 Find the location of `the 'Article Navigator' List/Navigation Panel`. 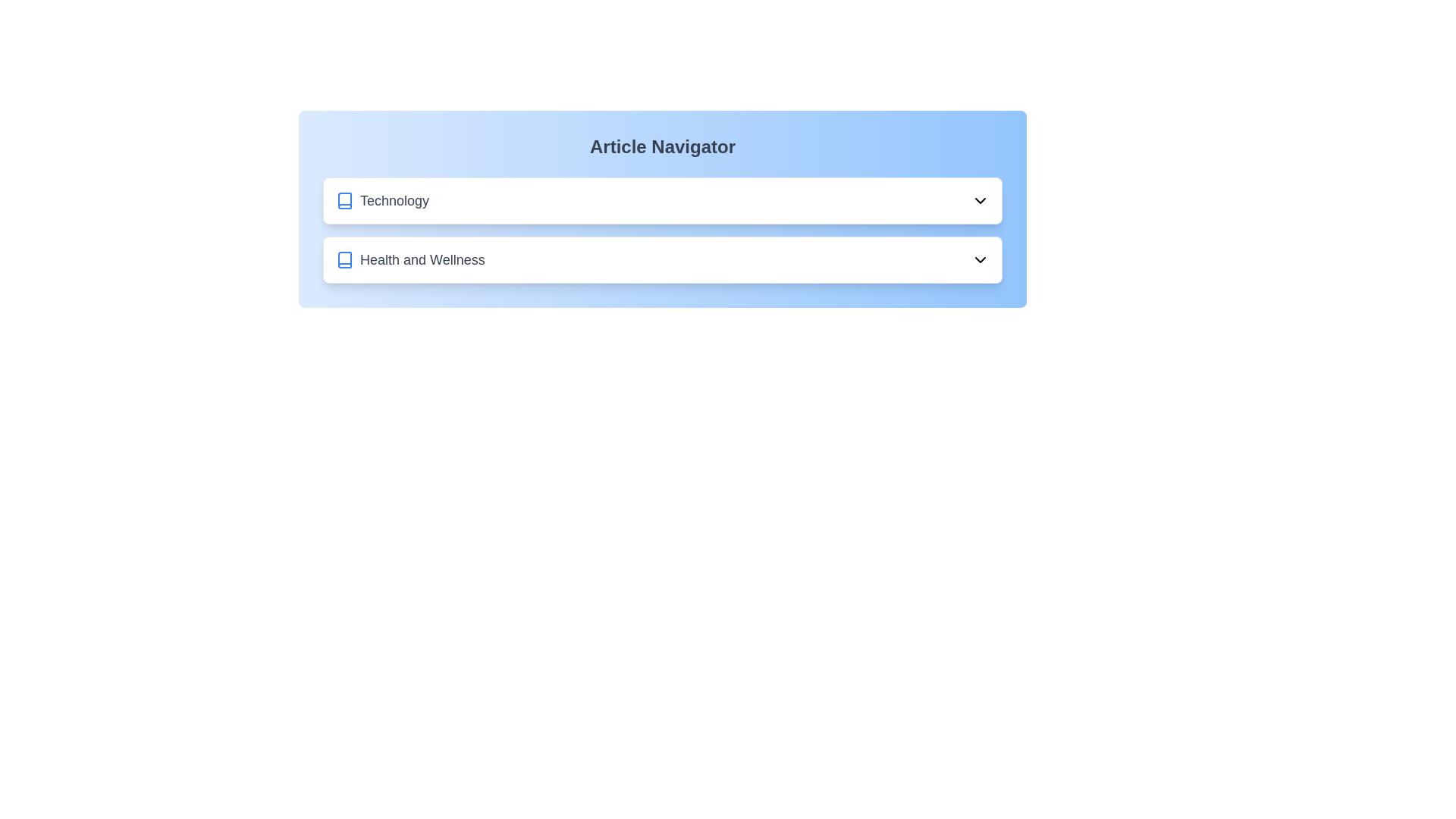

the 'Article Navigator' List/Navigation Panel is located at coordinates (662, 231).